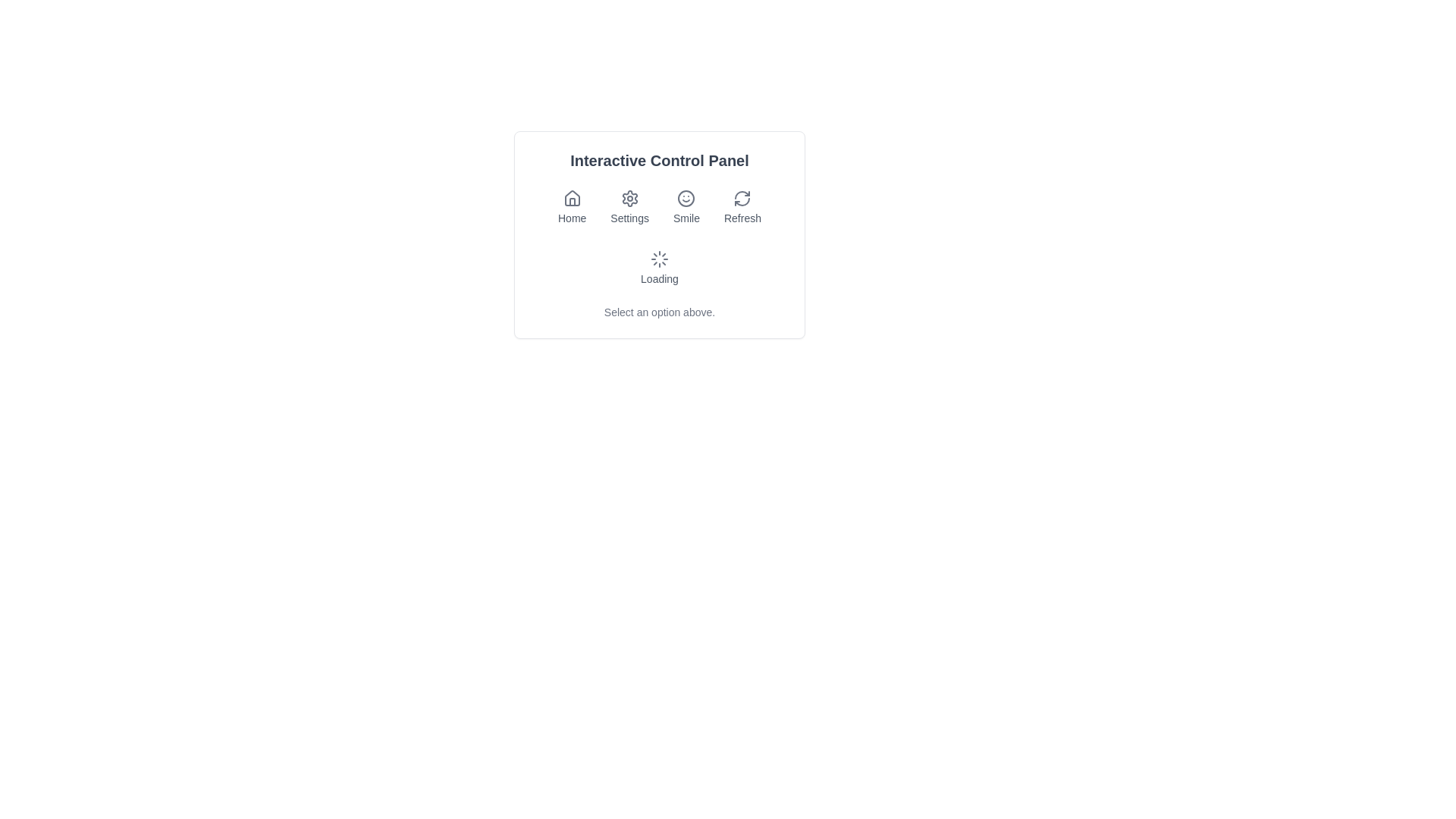  What do you see at coordinates (686, 207) in the screenshot?
I see `the 'Smile' interactive button located in the control panel` at bounding box center [686, 207].